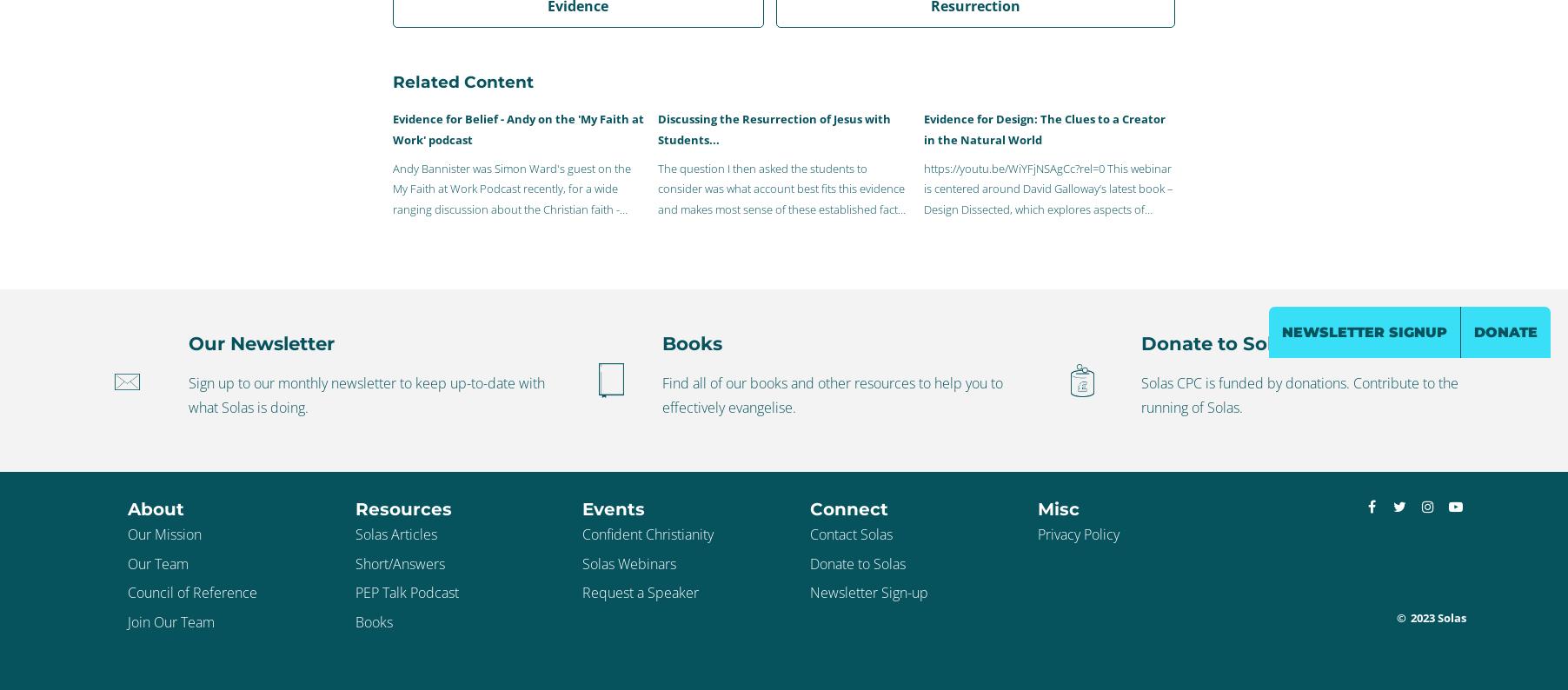 The width and height of the screenshot is (1568, 690). I want to click on 'Newsletter Signup', so click(1364, 332).